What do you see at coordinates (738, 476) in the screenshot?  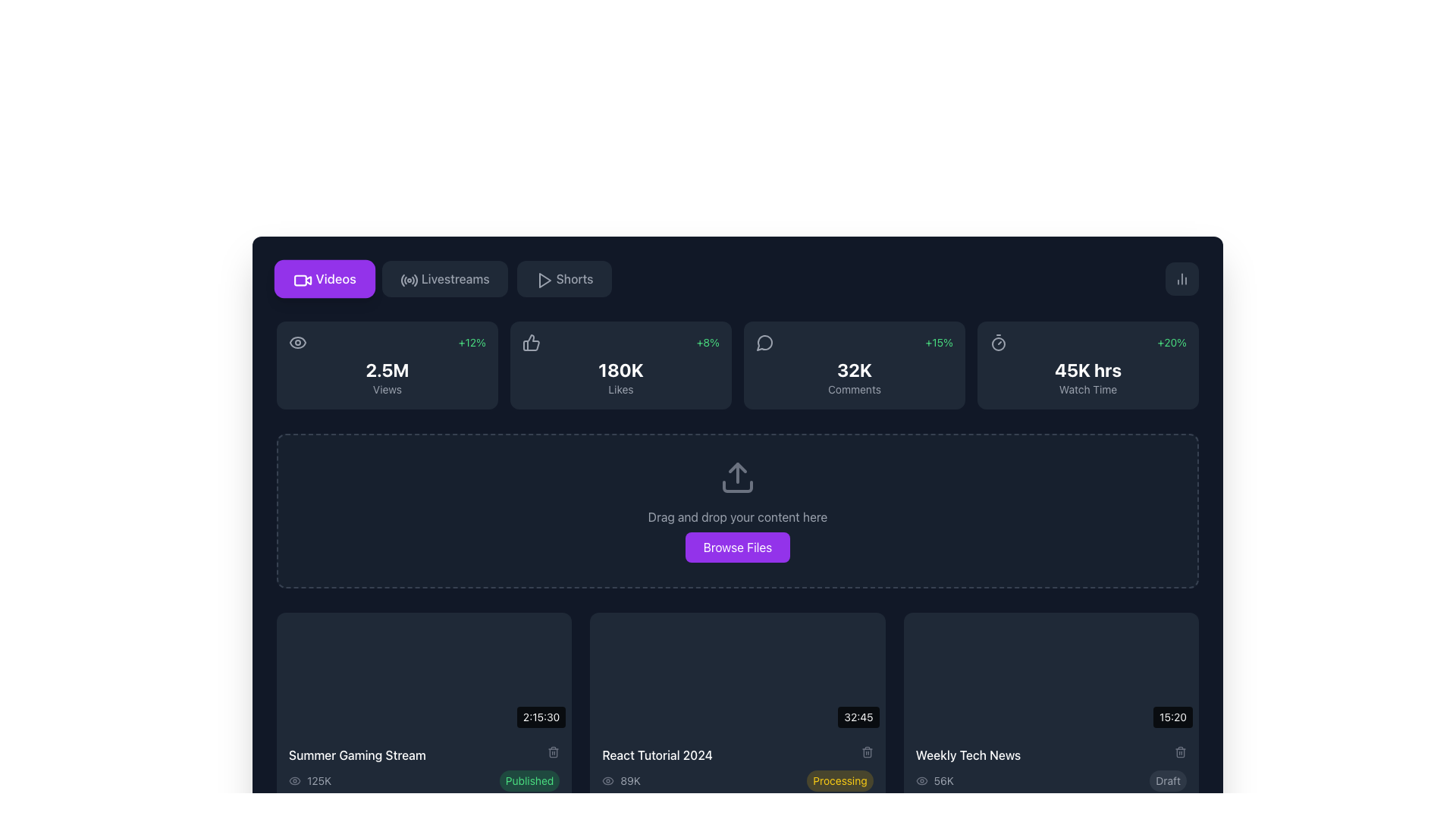 I see `the drag-and-drop upload icon` at bounding box center [738, 476].